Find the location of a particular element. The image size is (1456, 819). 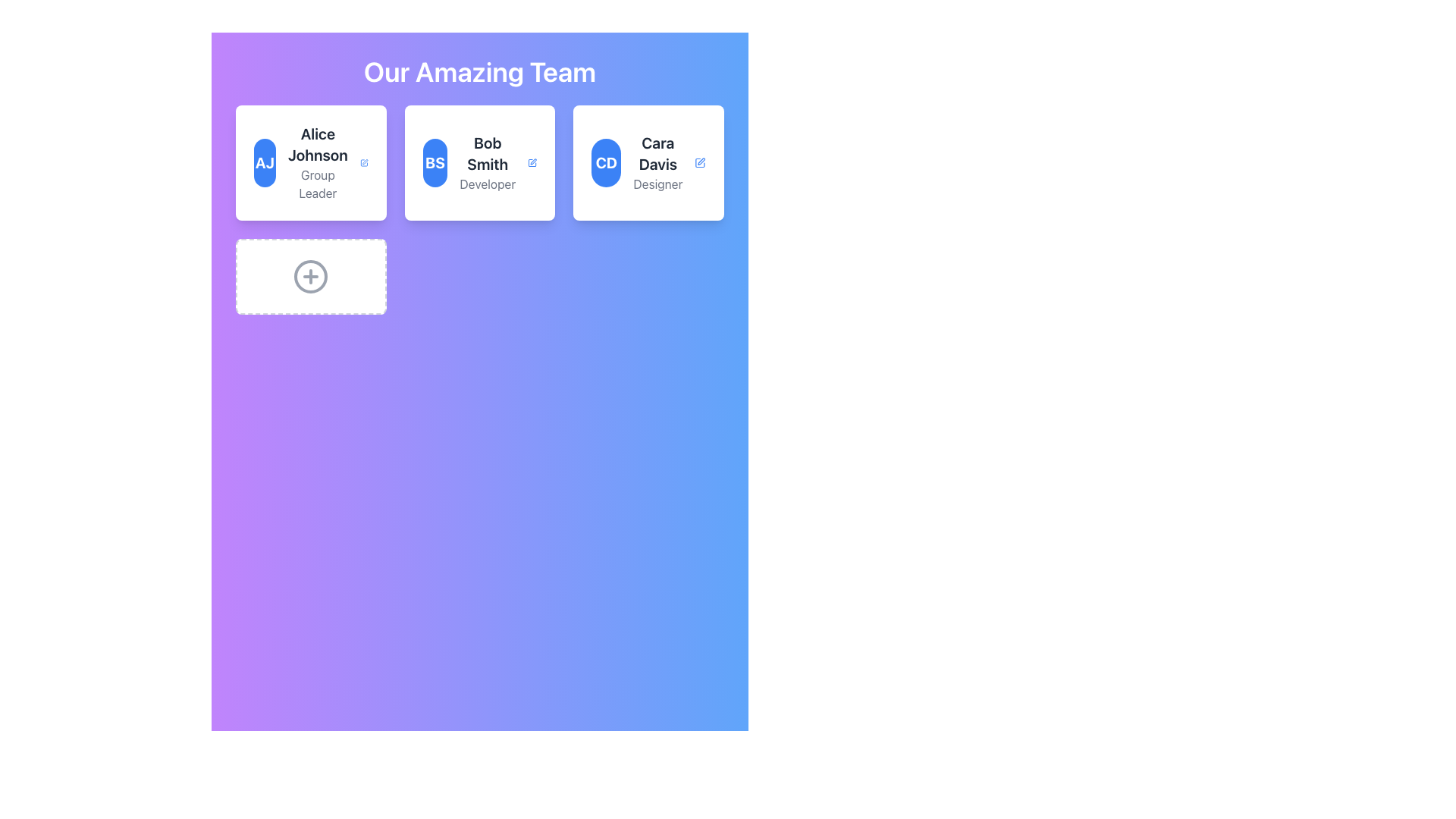

the text label displaying 'Bob Smith', which is styled with a bold font and dark gray color, positioned in the middle column above the smaller text label 'Developer' is located at coordinates (488, 154).